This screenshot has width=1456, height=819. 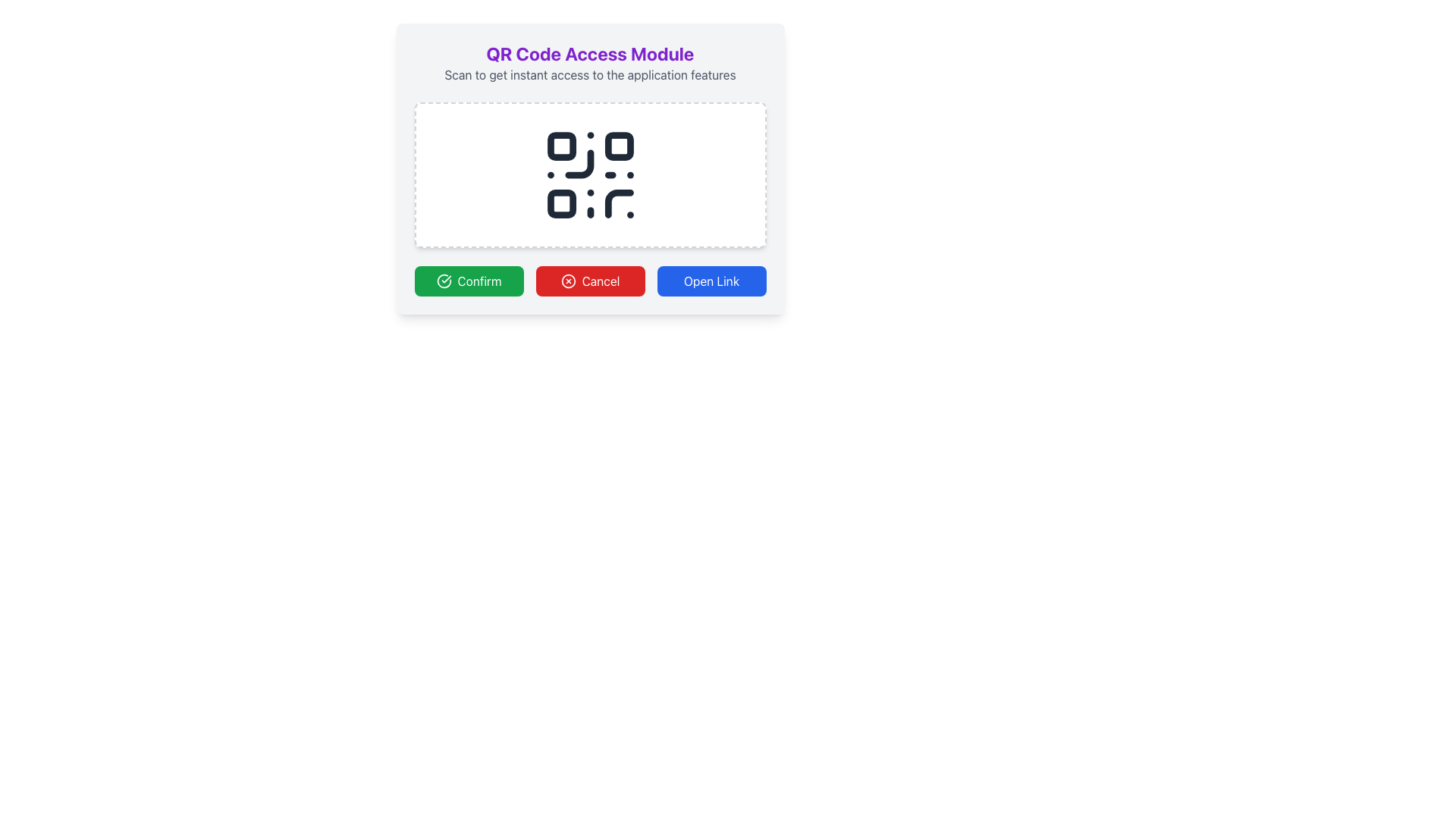 I want to click on the static text label displaying the phrase 'Scan to get instant access to the application features', which is styled in gray and positioned below the header 'QR Code Access Module', so click(x=589, y=75).